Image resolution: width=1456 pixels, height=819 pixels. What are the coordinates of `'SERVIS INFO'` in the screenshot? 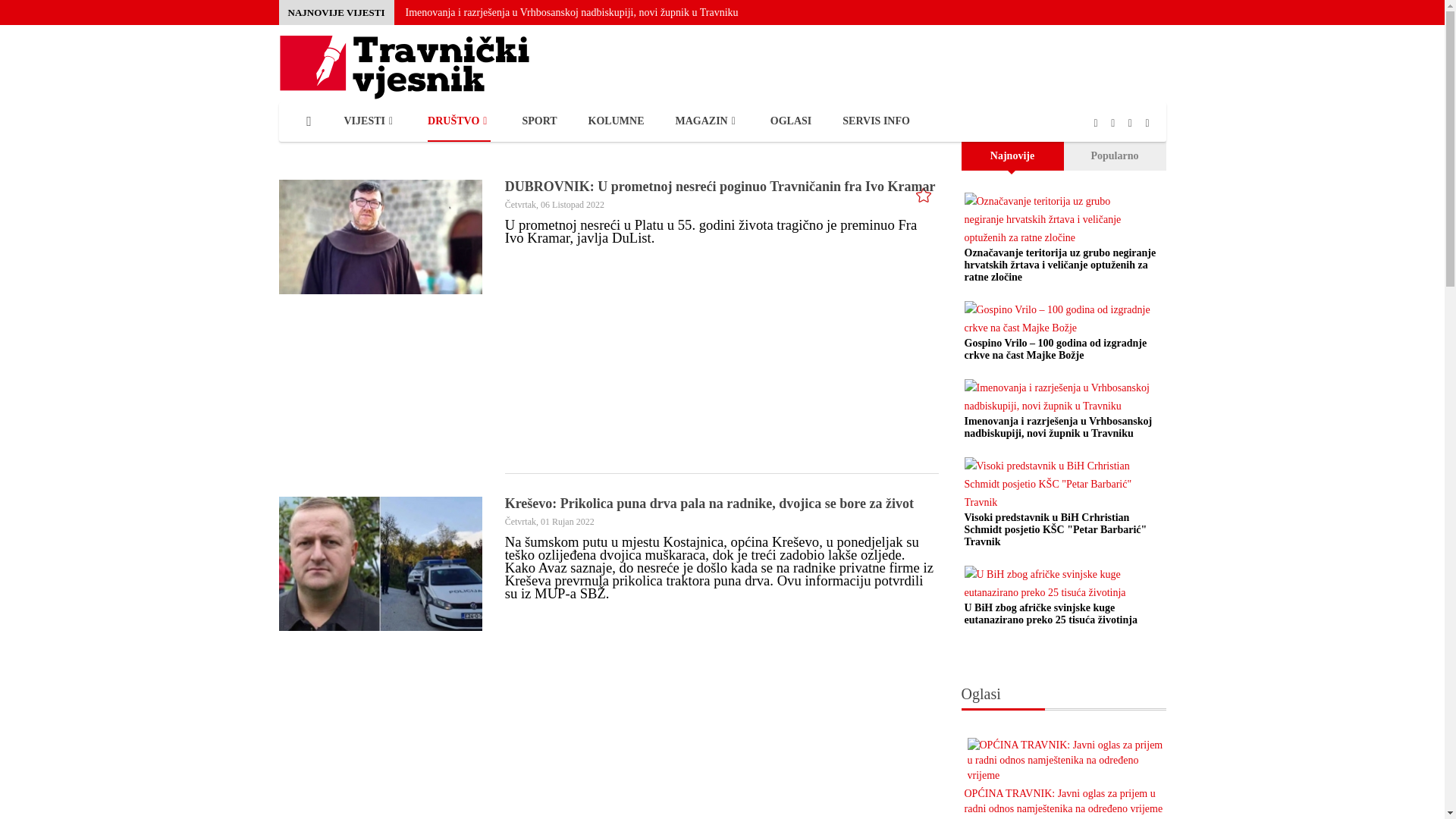 It's located at (876, 121).